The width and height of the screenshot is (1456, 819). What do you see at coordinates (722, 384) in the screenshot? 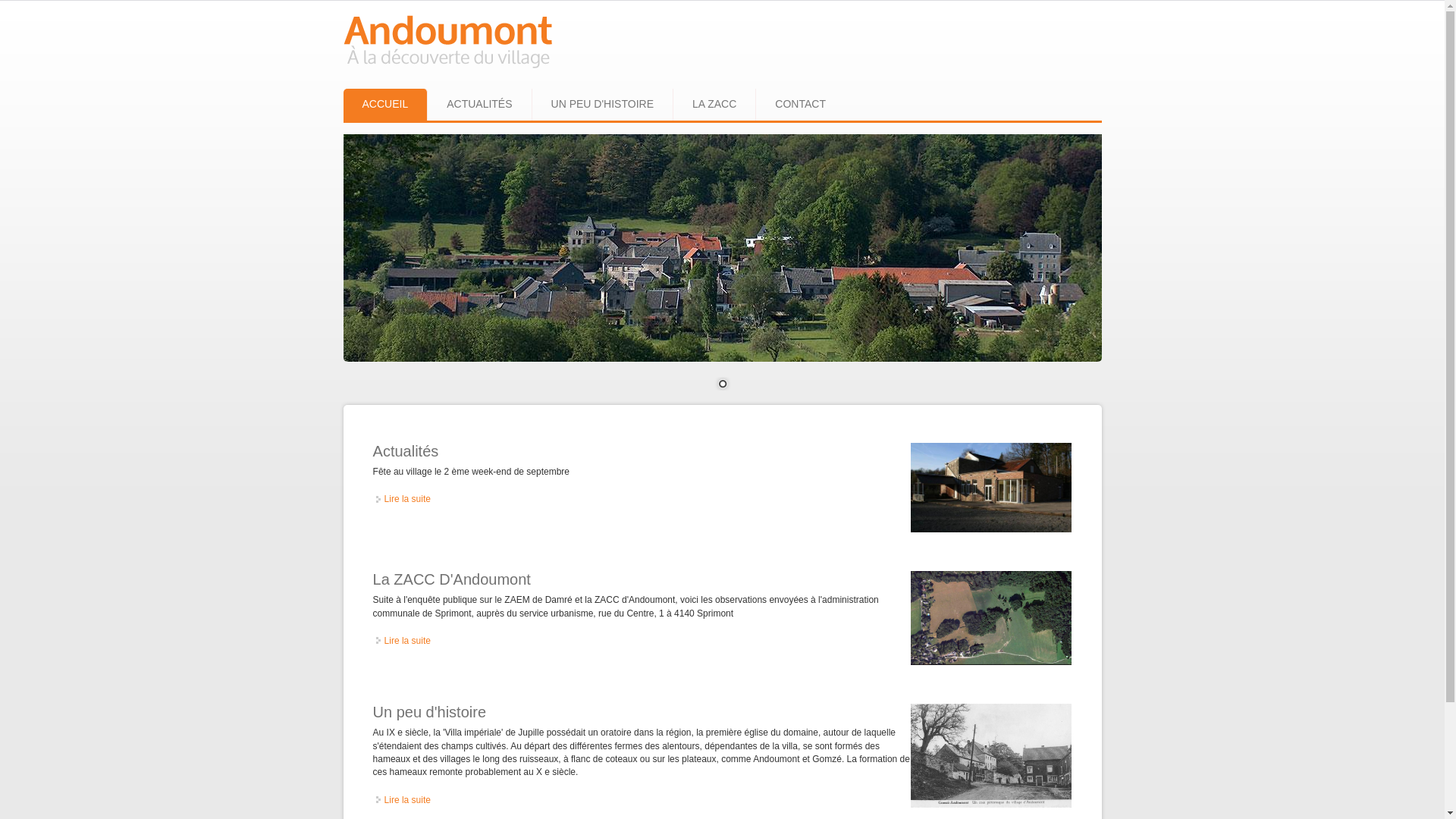
I see `'1'` at bounding box center [722, 384].